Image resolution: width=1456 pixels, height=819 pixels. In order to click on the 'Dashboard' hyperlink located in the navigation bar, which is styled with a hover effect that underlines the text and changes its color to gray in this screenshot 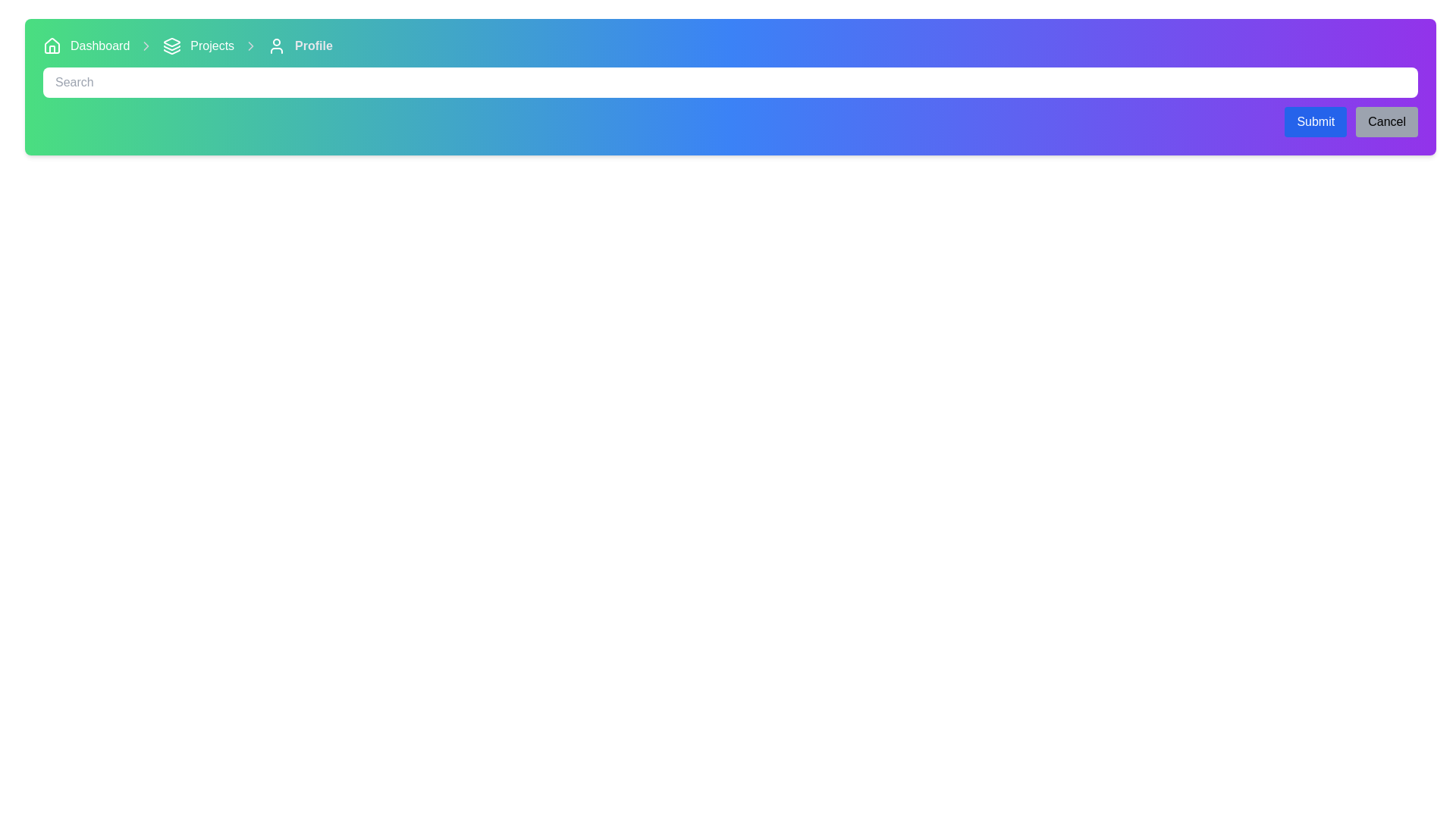, I will do `click(99, 45)`.